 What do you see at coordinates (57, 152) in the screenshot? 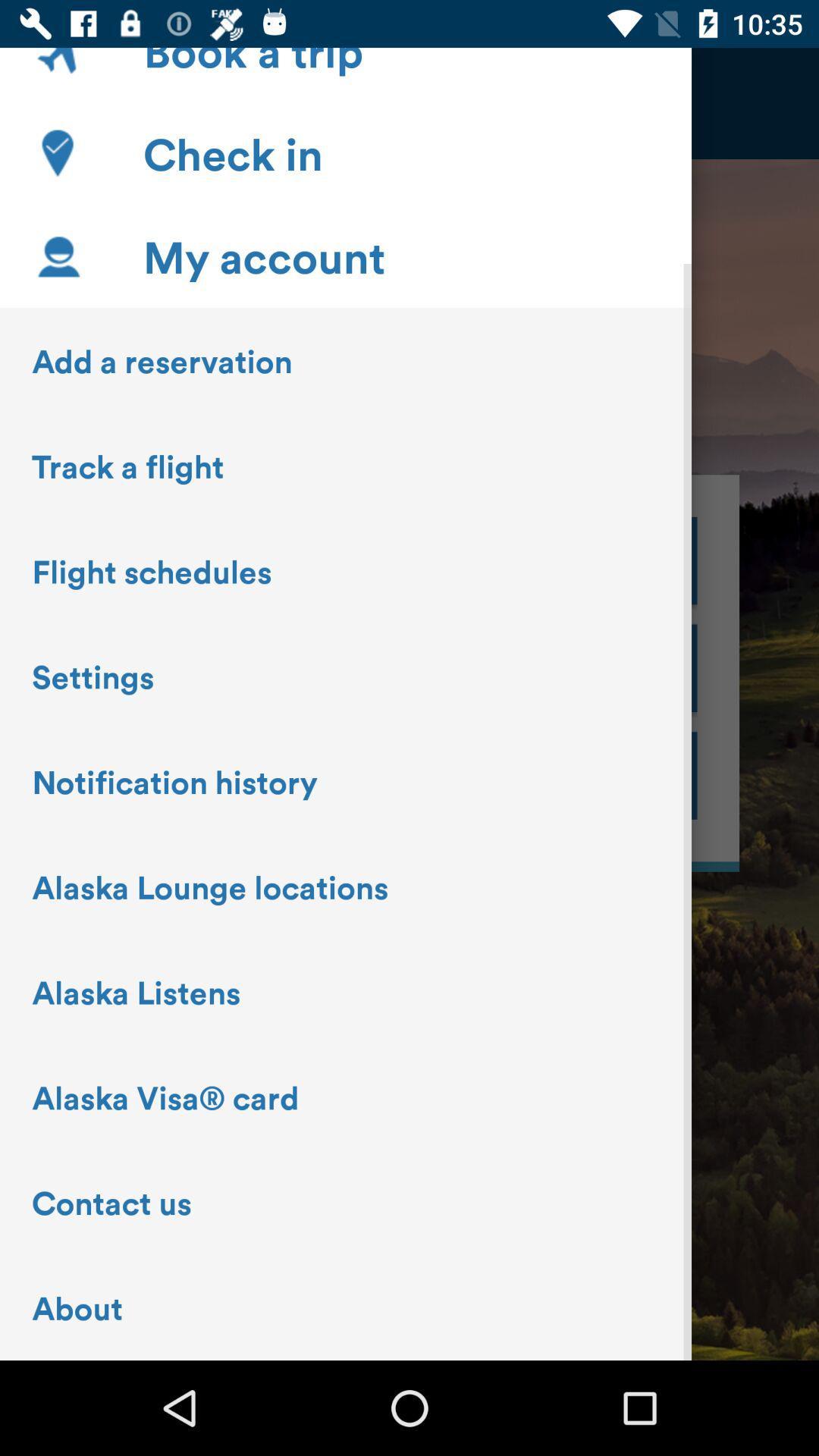
I see `the icon left to the text check in` at bounding box center [57, 152].